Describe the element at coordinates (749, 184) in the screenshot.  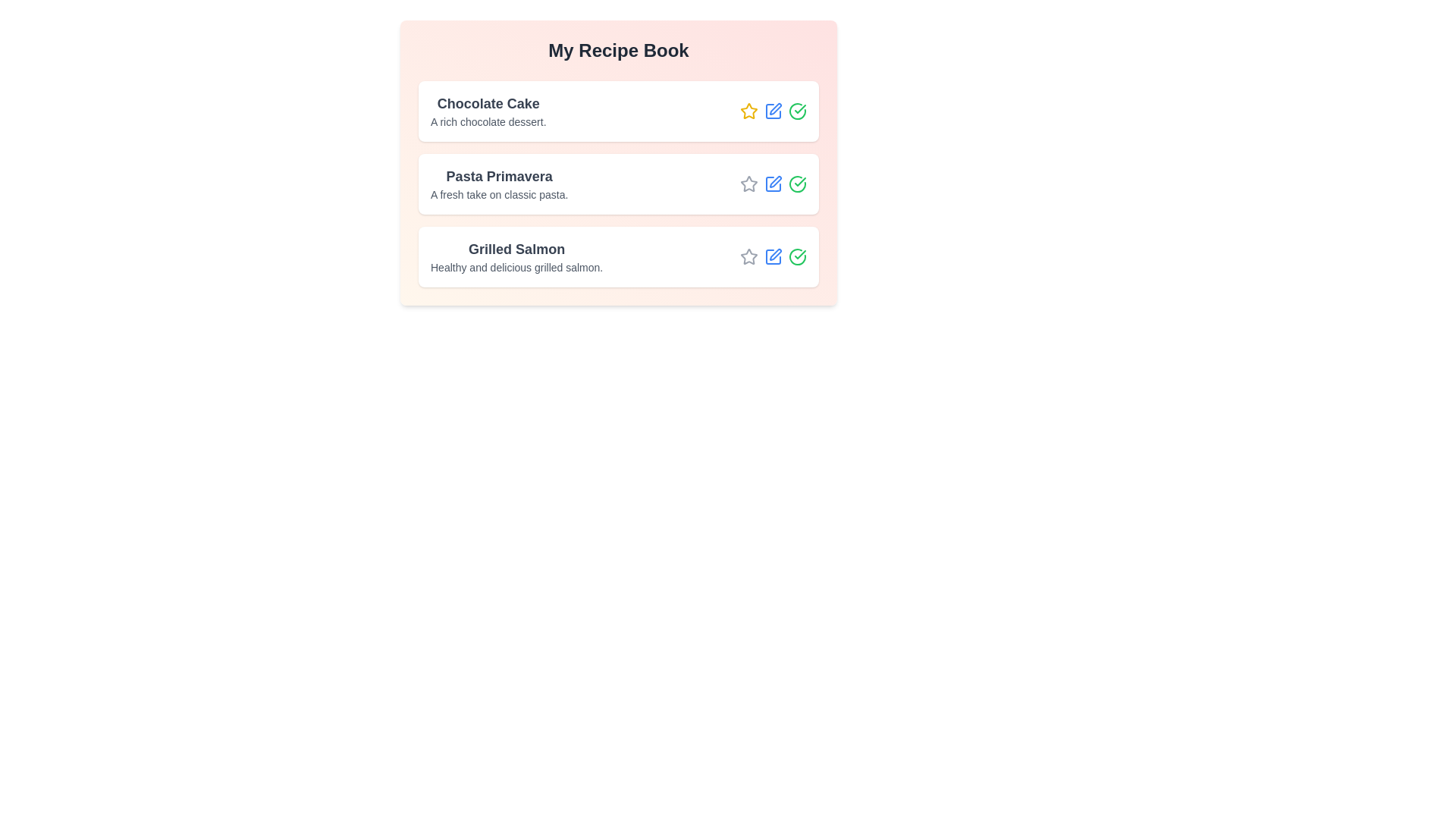
I see `the star icon of the recipe titled 'Pasta Primavera' to toggle its favorite status` at that location.